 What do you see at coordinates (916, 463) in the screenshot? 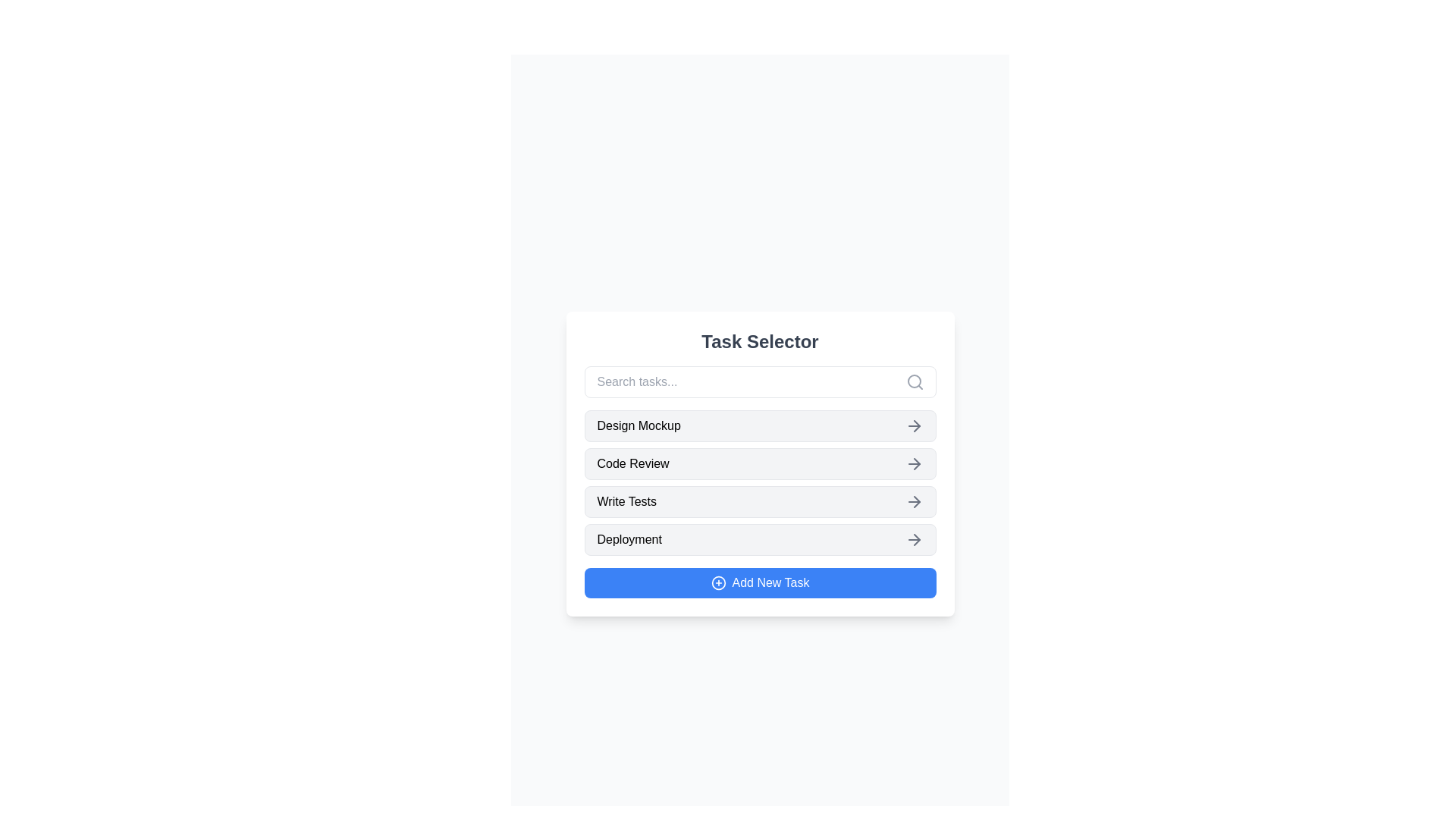
I see `the arrow-like icon with a minimalist design, positioned to the right of the 'Code Review' row` at bounding box center [916, 463].